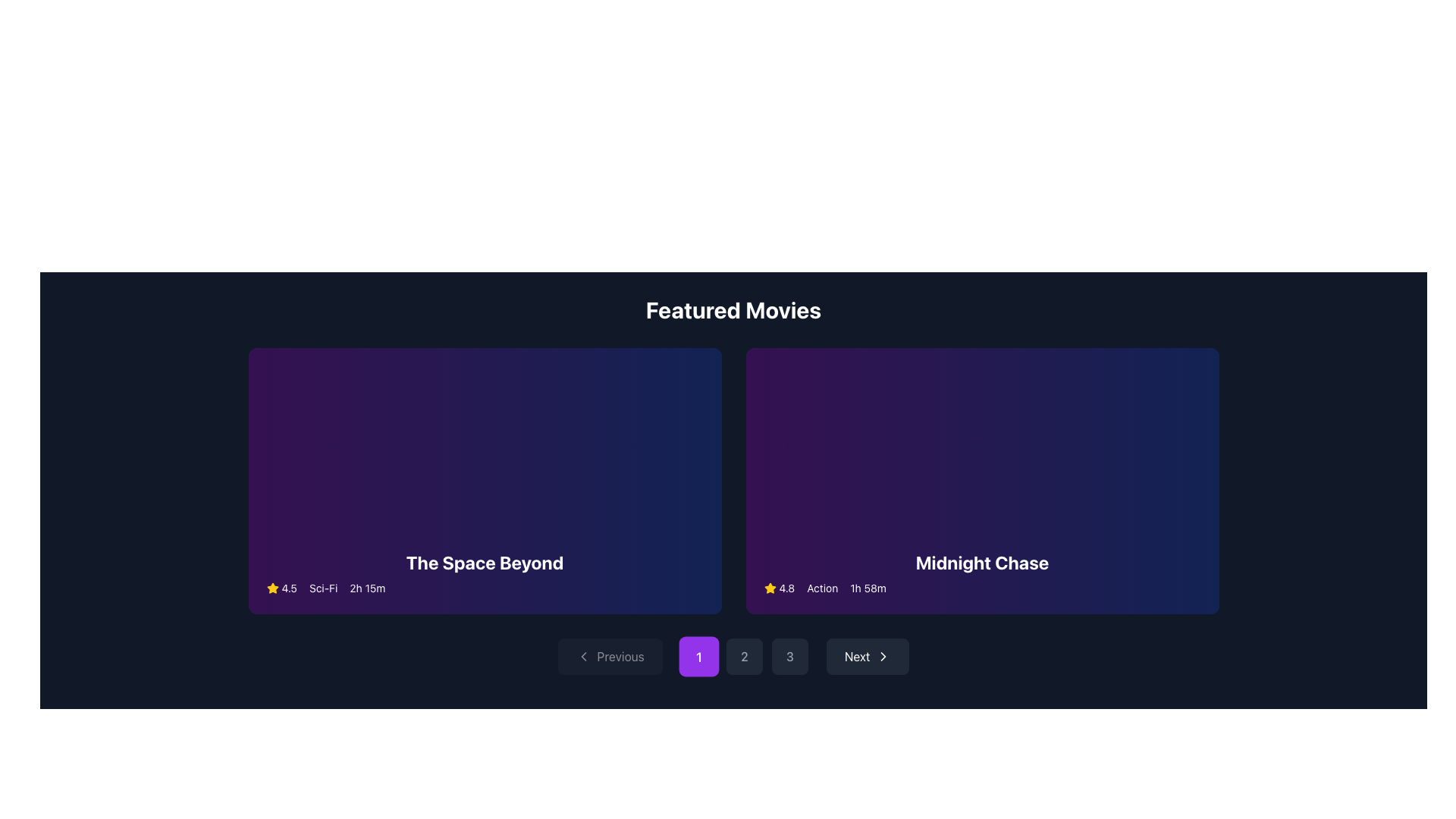 Image resolution: width=1456 pixels, height=819 pixels. What do you see at coordinates (883, 656) in the screenshot?
I see `the rightward chevron arrow icon within the 'Next' button located at the bottom right of the movie gallery interface` at bounding box center [883, 656].